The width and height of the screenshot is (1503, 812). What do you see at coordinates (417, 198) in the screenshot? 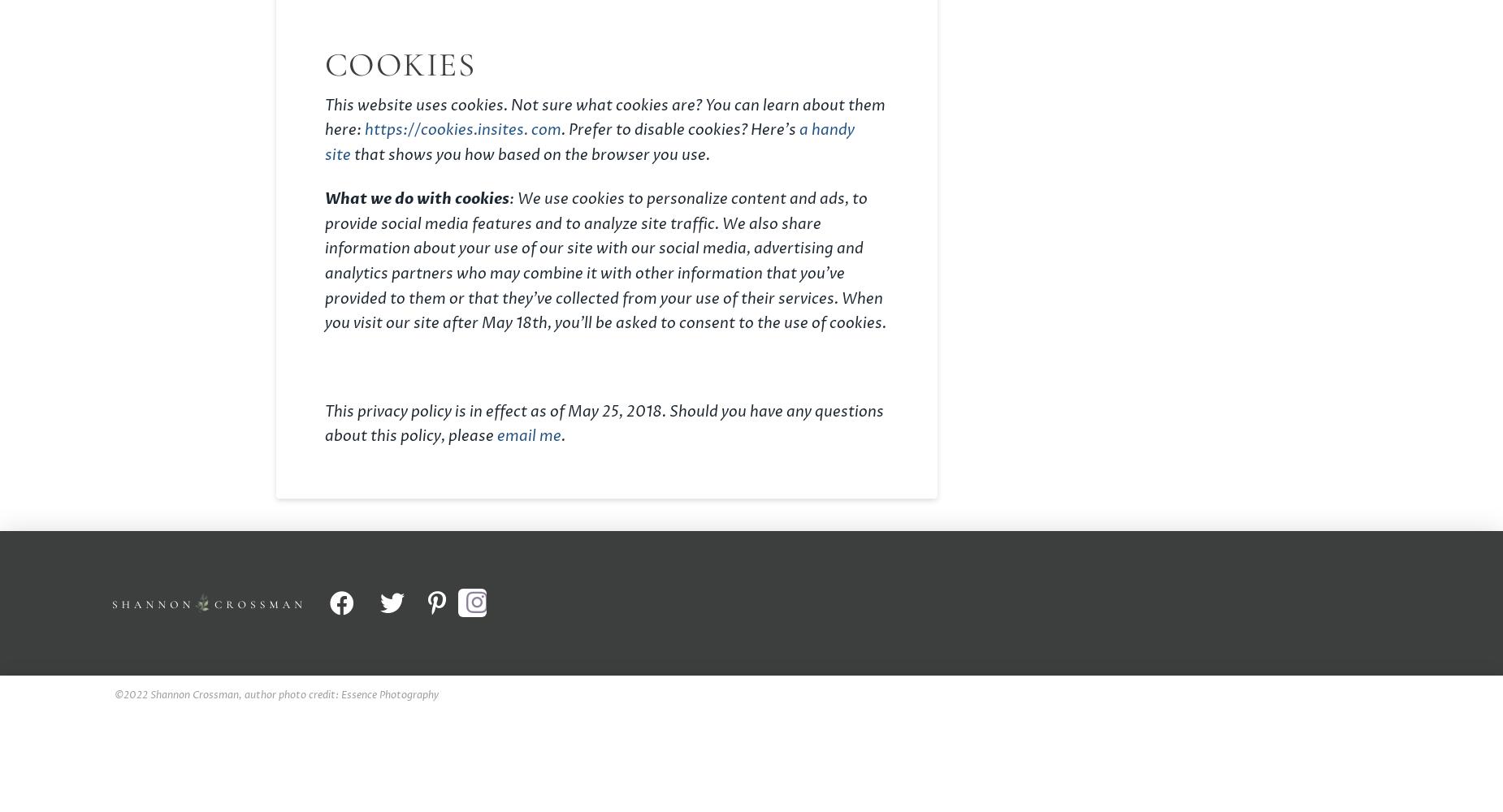
I see `'What we do with cookies'` at bounding box center [417, 198].